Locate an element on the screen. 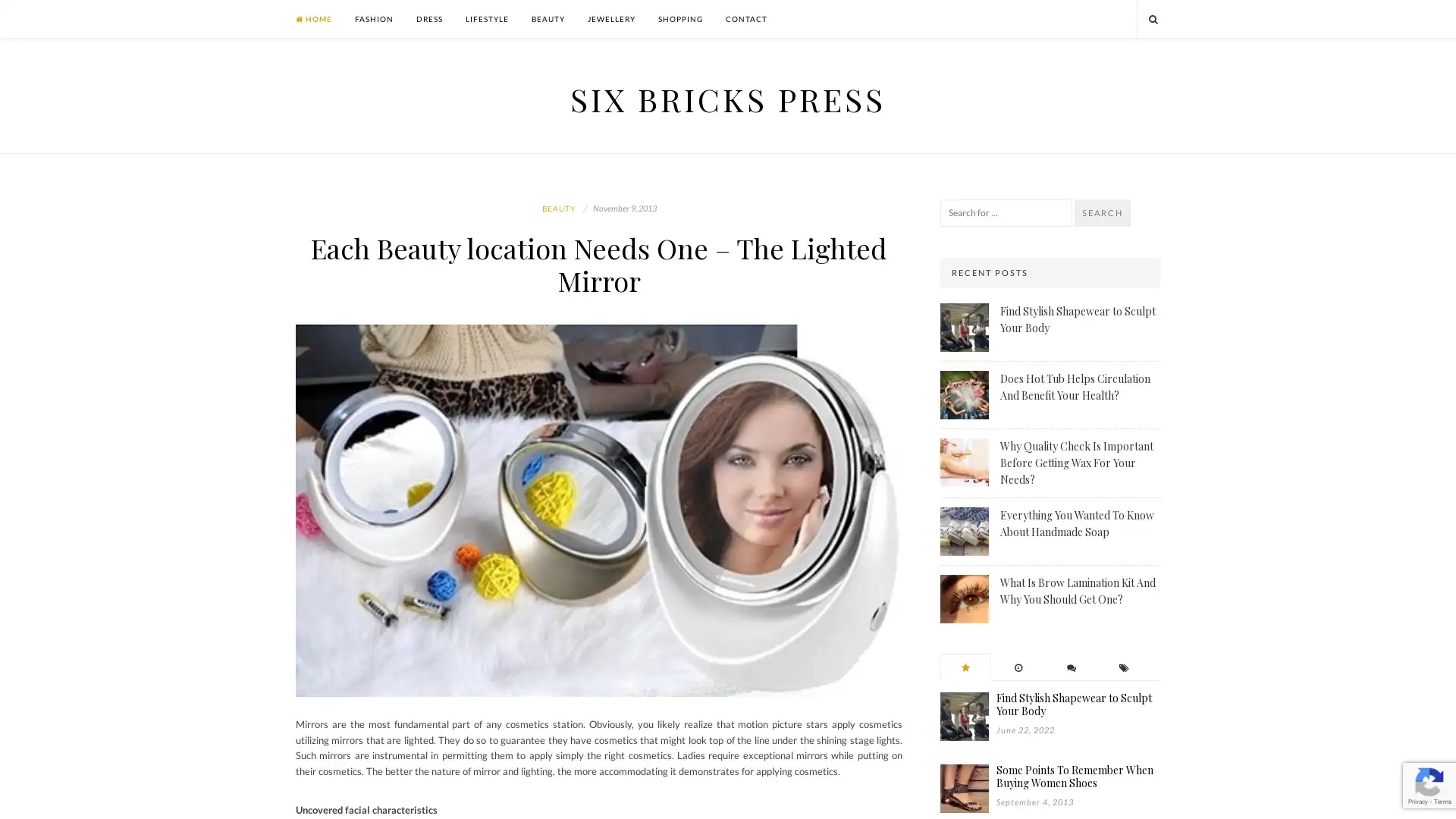 The height and width of the screenshot is (819, 1456). SEARCH is located at coordinates (1103, 213).